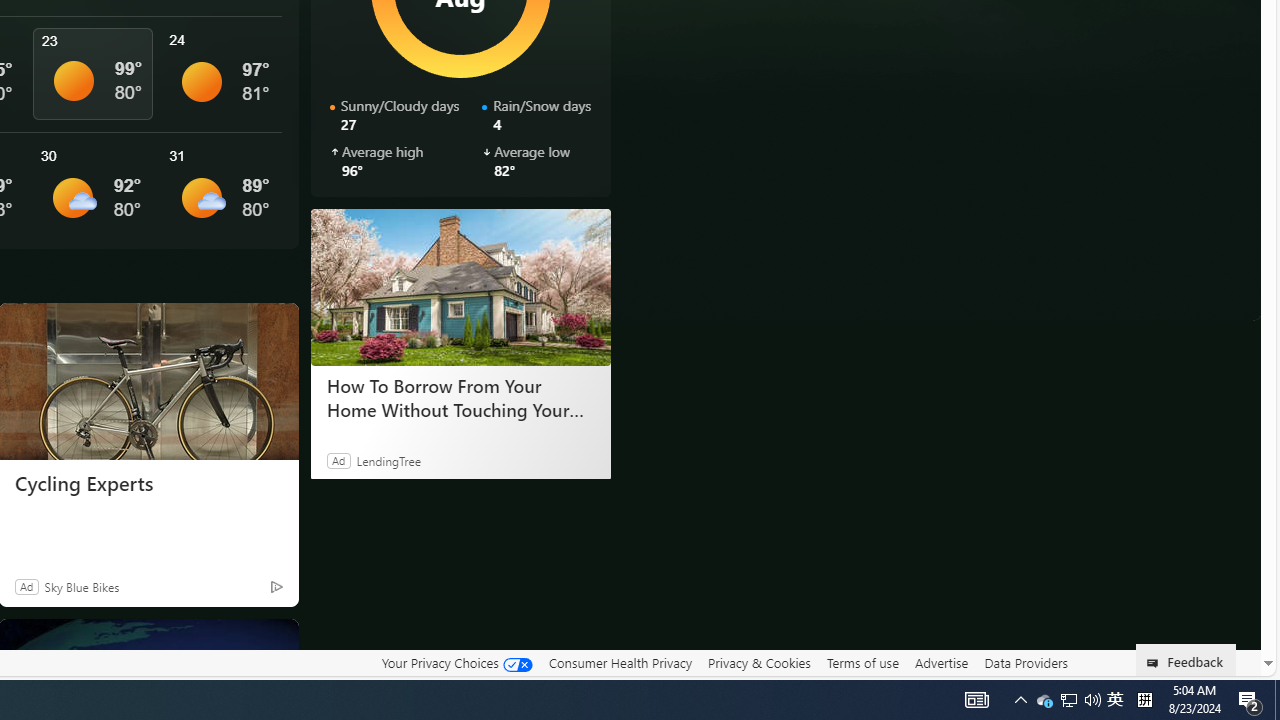 Image resolution: width=1280 pixels, height=720 pixels. I want to click on 'Terms of use', so click(862, 663).